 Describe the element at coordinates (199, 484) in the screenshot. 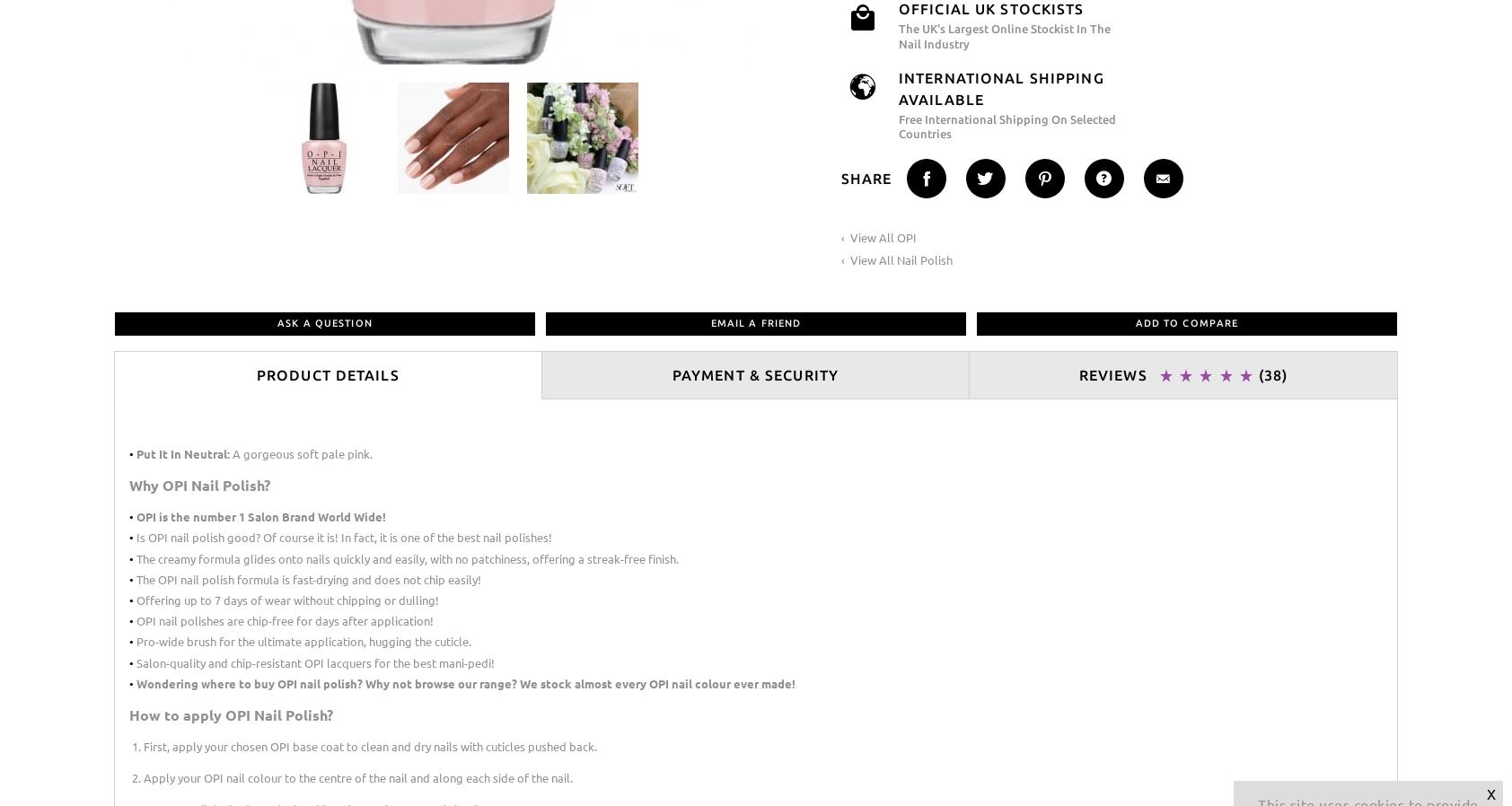

I see `'Why OPI Nail Polish?'` at that location.